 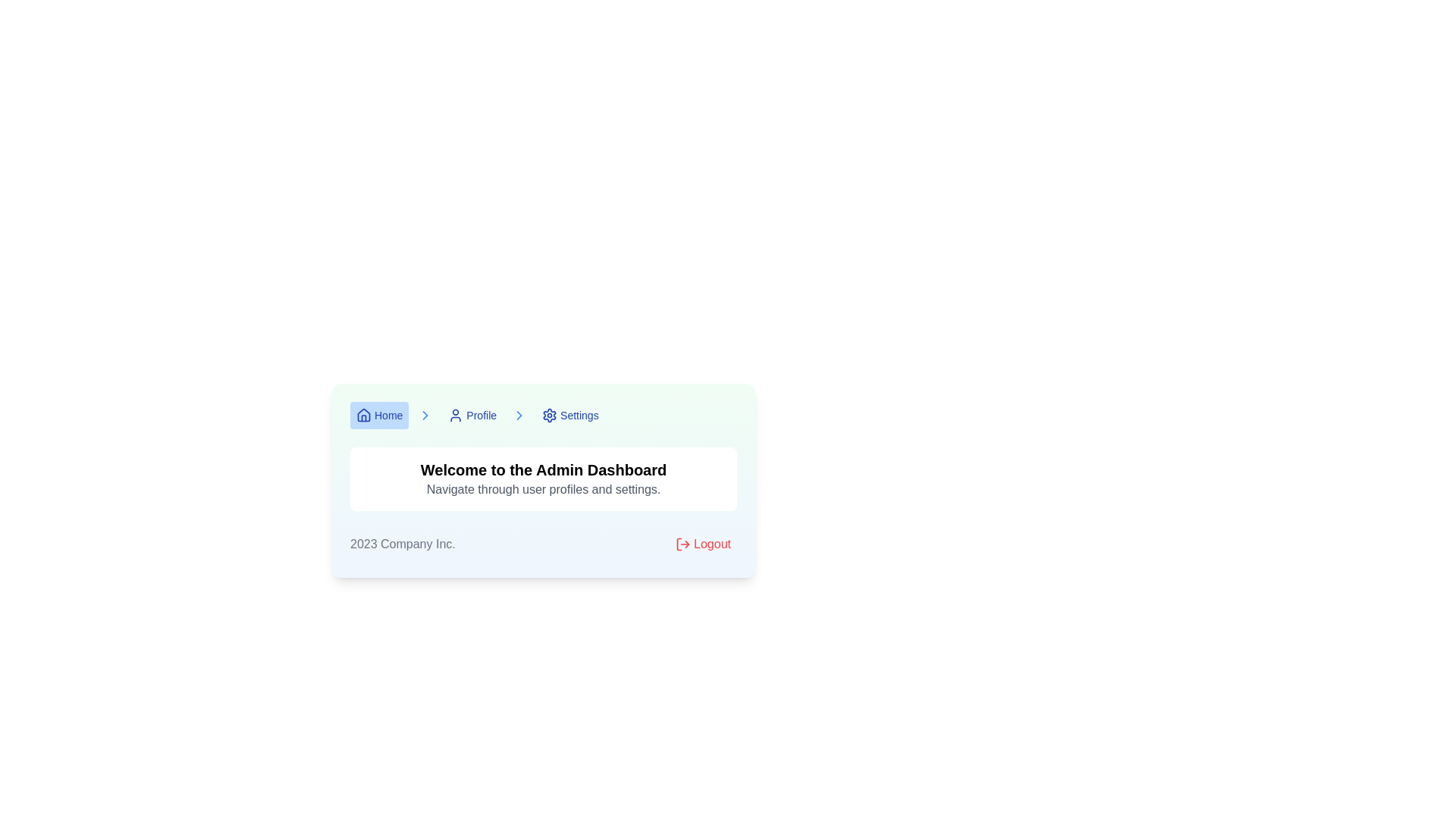 What do you see at coordinates (548, 415) in the screenshot?
I see `the gear icon in the navigation bar, located next to the 'Settings' text` at bounding box center [548, 415].